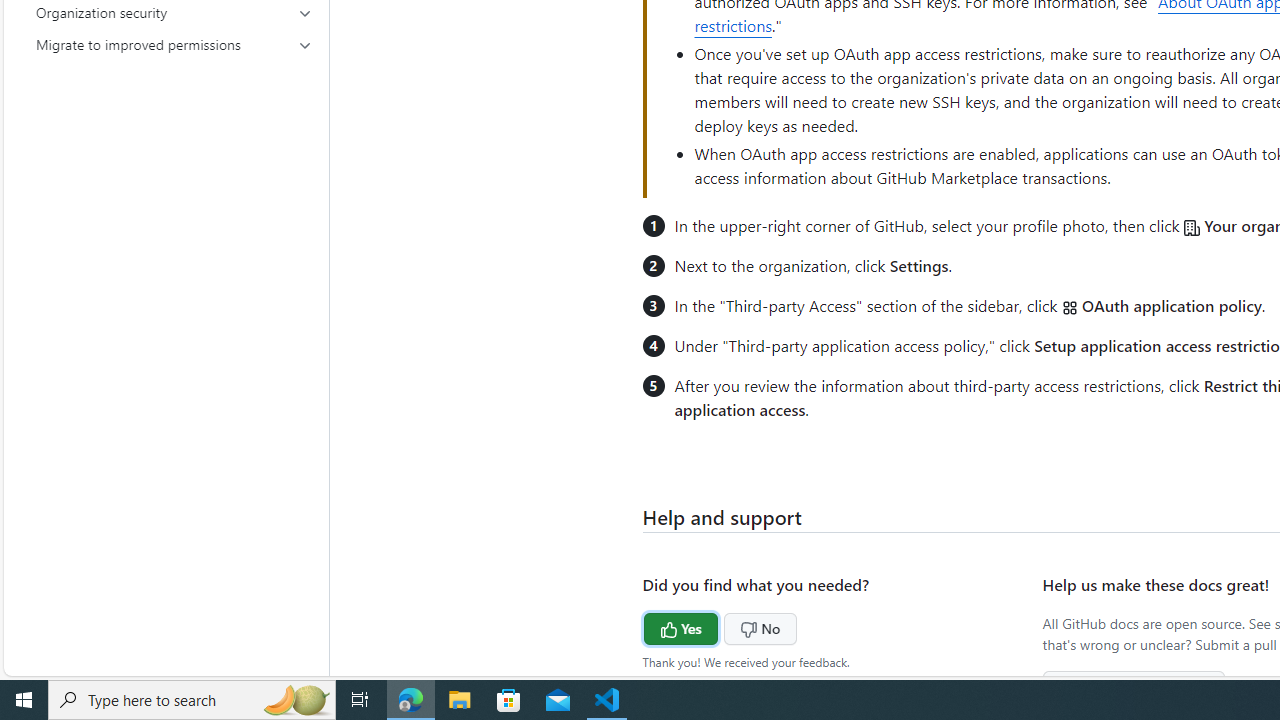 This screenshot has height=720, width=1280. Describe the element at coordinates (721, 625) in the screenshot. I see `'No'` at that location.